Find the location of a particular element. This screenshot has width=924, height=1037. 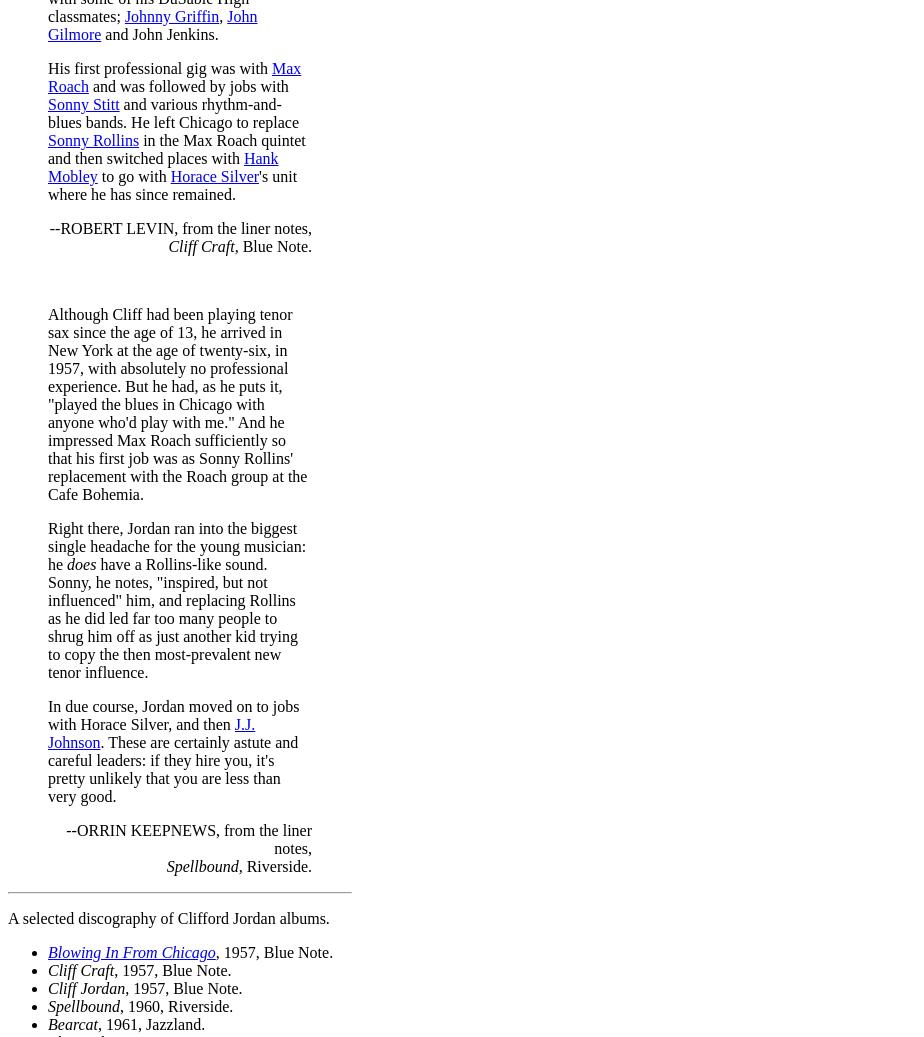

'Spellbound' is located at coordinates (47, 1005).